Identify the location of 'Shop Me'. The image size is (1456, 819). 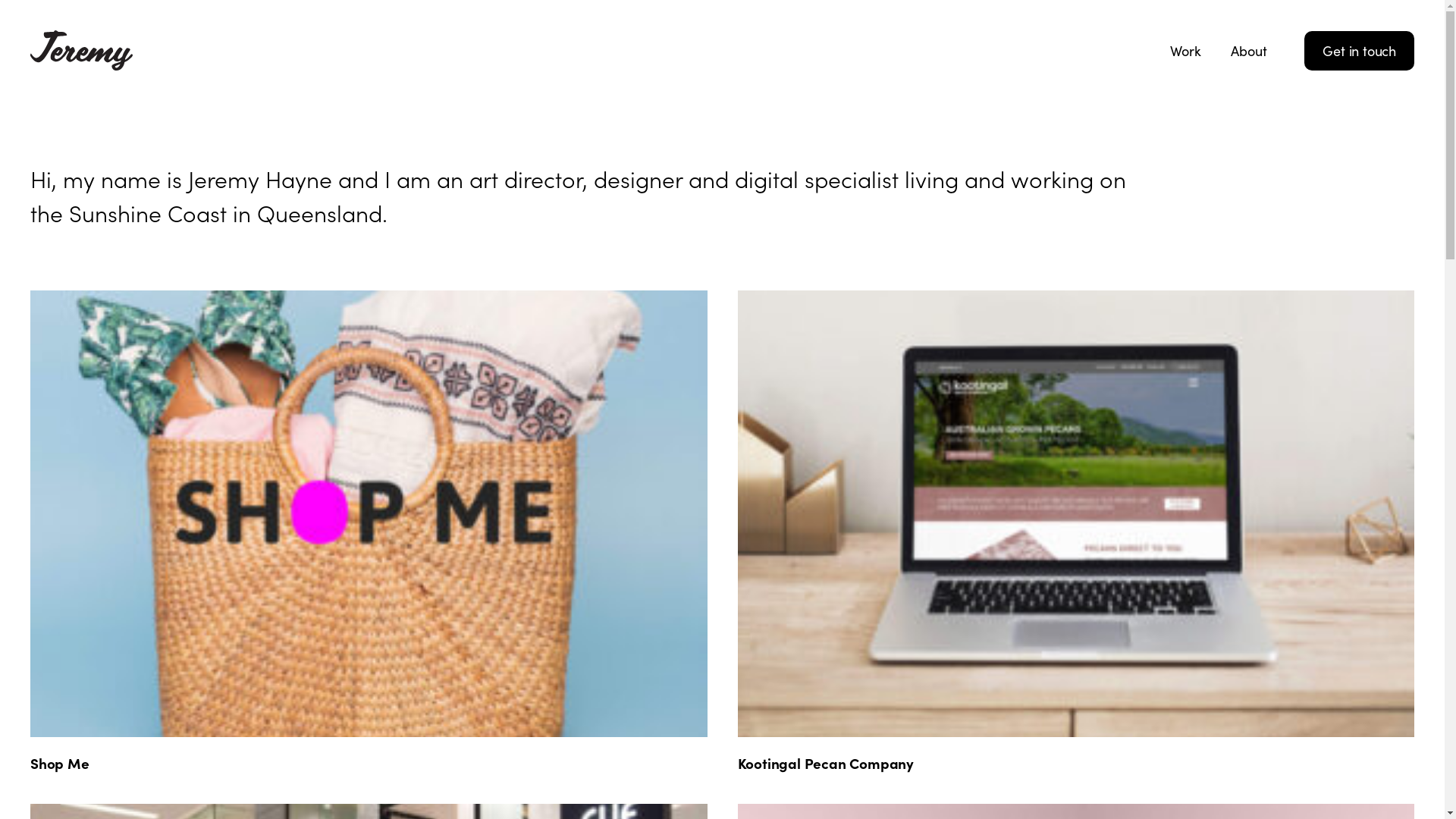
(59, 762).